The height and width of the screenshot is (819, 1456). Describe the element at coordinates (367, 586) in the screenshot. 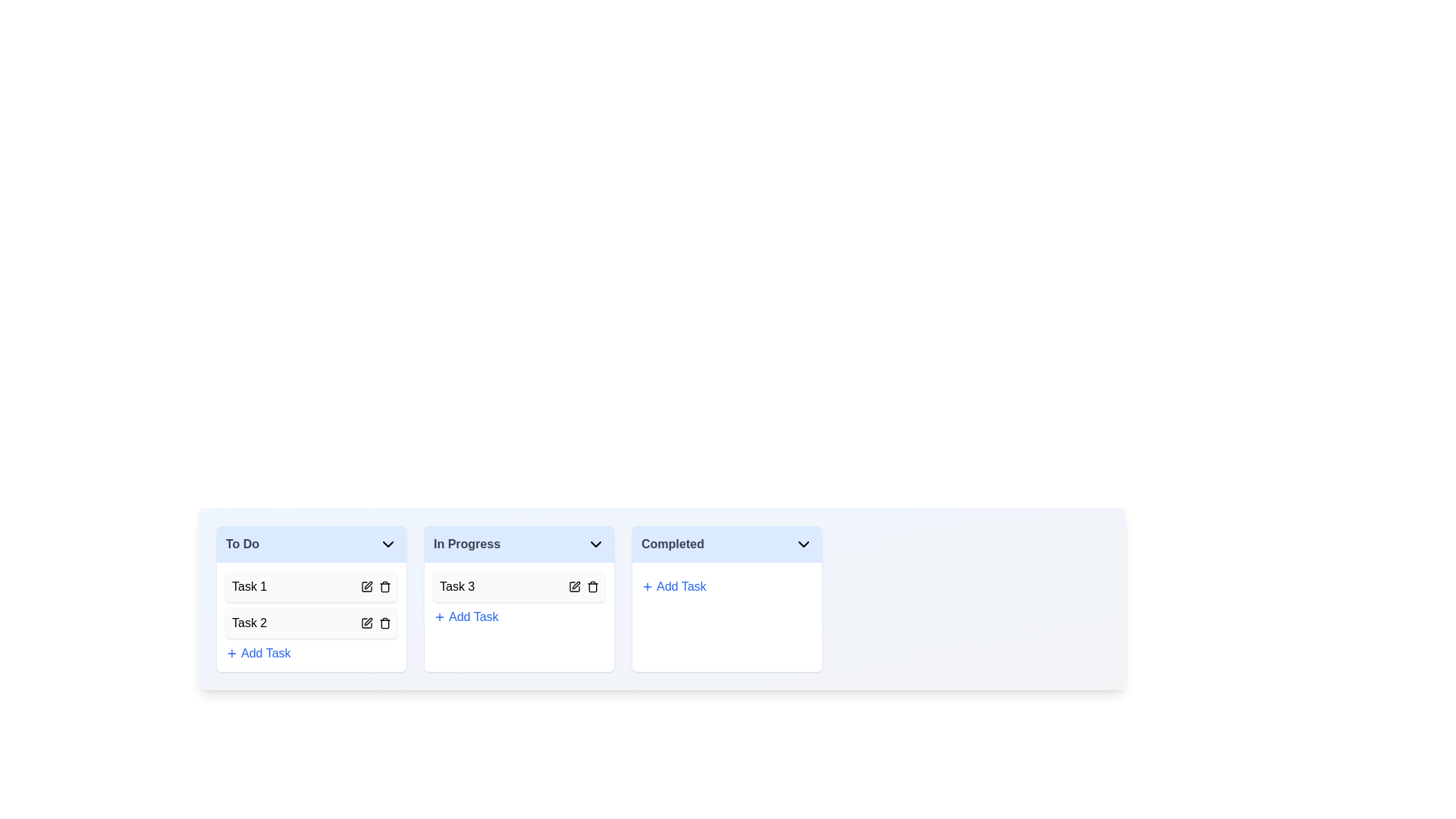

I see `the edit button for the task with title Task 1` at that location.